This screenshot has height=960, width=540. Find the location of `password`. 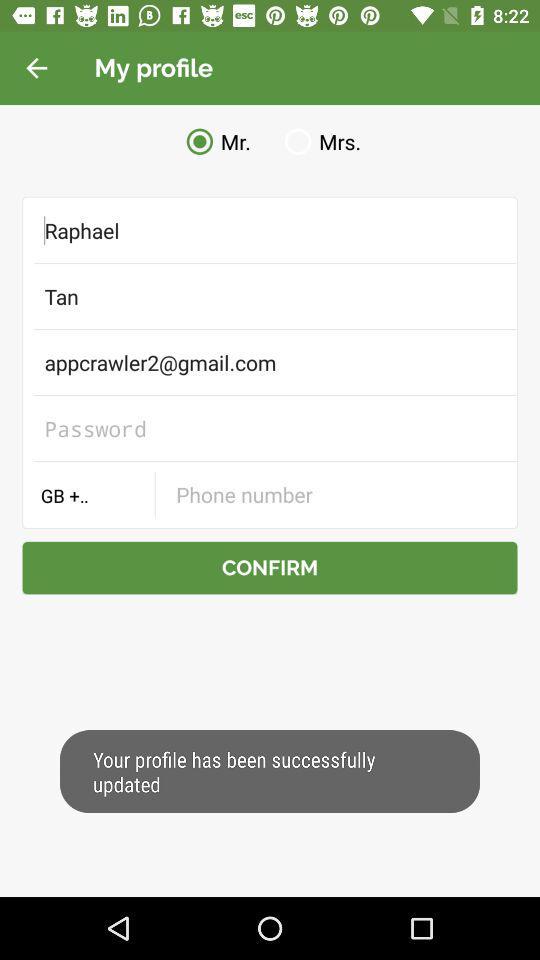

password is located at coordinates (270, 428).